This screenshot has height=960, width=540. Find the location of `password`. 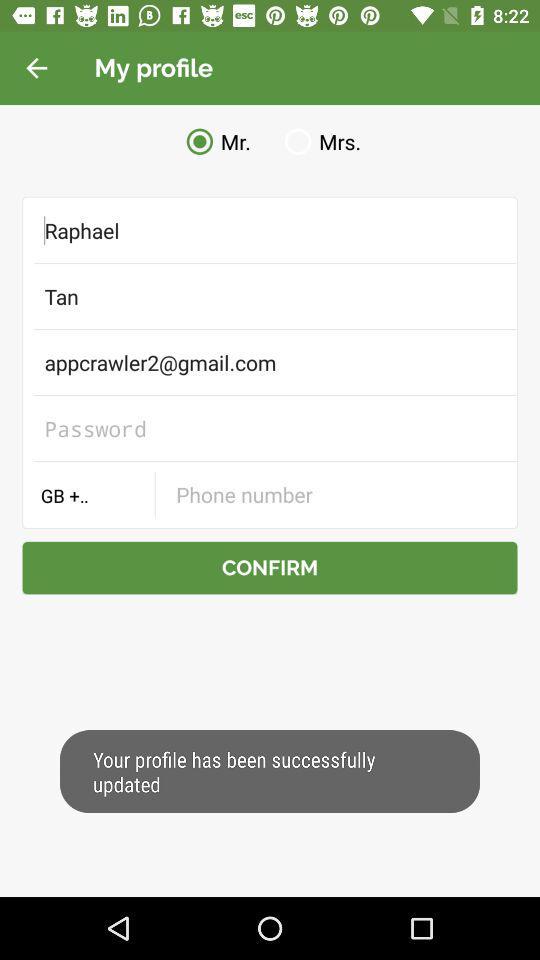

password is located at coordinates (270, 428).